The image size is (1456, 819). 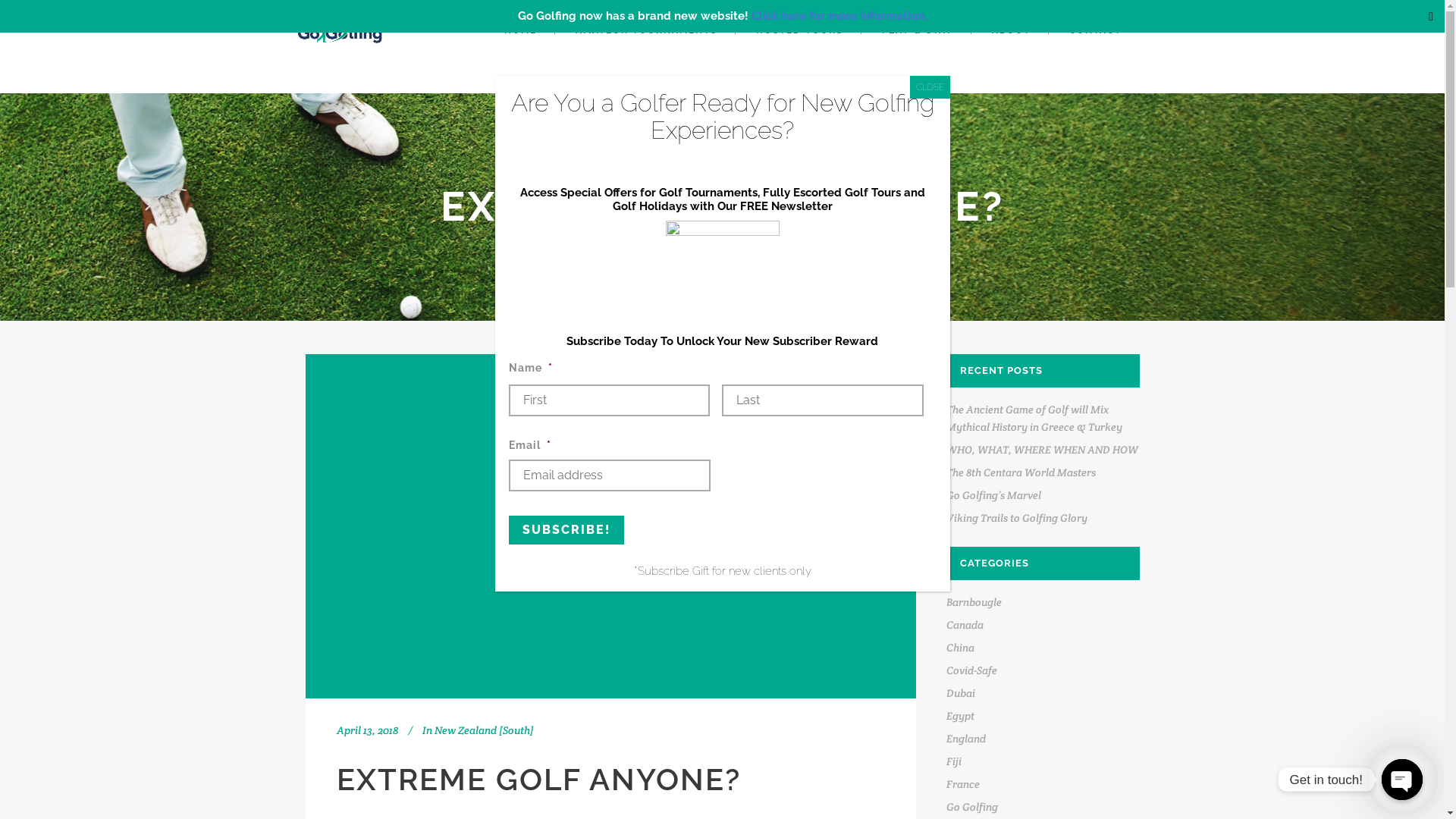 I want to click on 'Click here for more information.', so click(x=751, y=15).